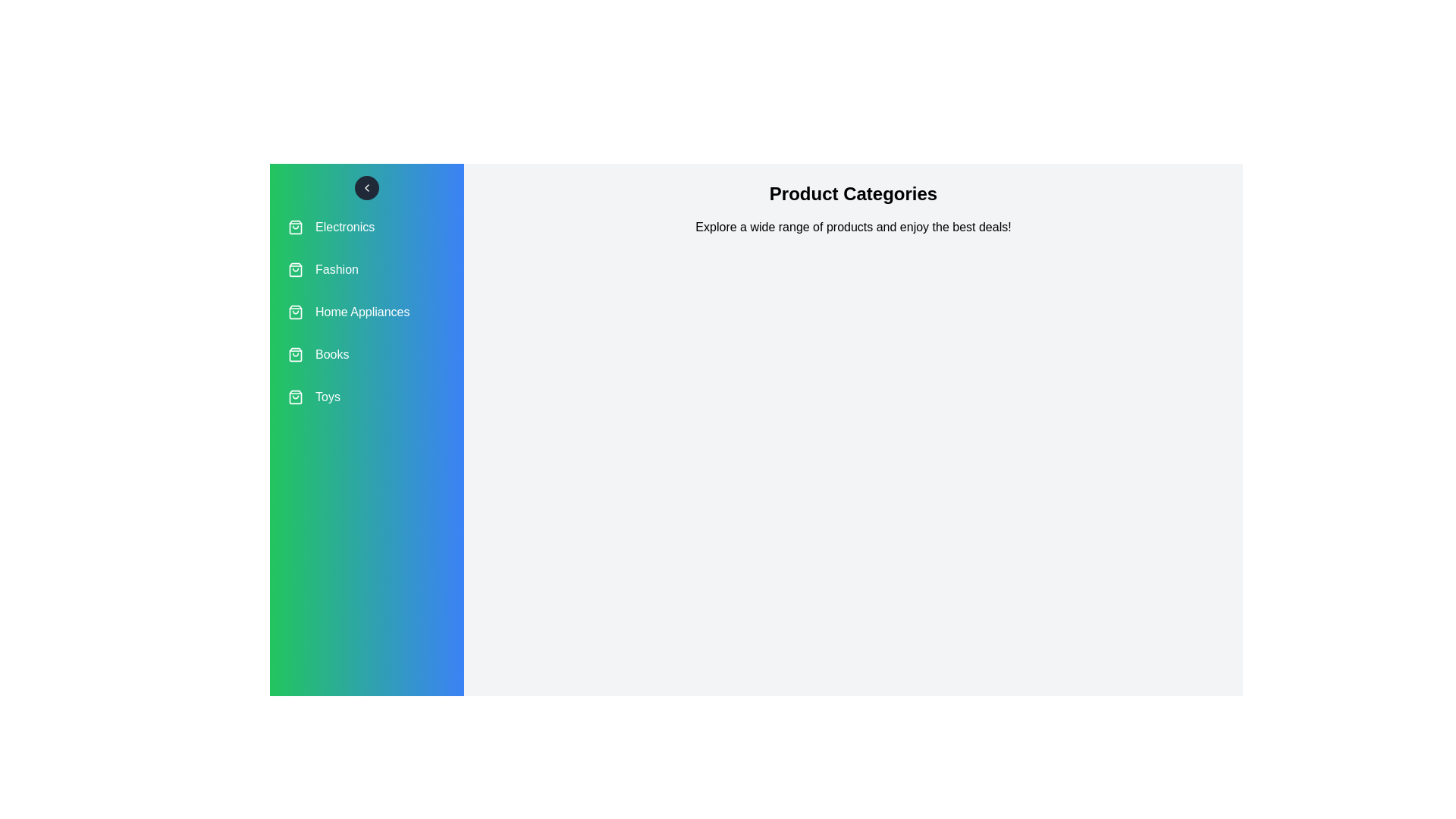 This screenshot has width=1456, height=819. Describe the element at coordinates (367, 268) in the screenshot. I see `the category Fashion from the list` at that location.